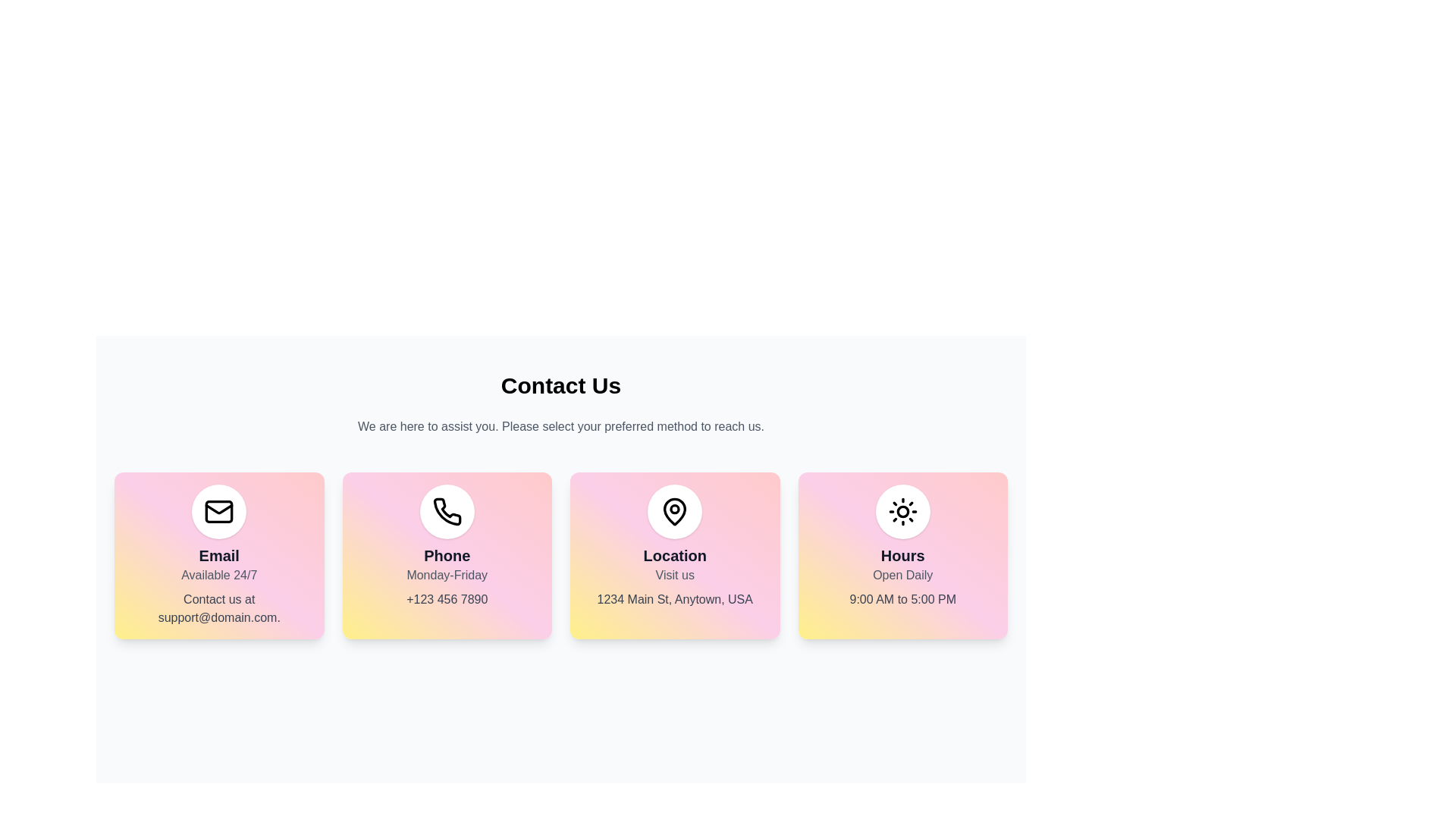  What do you see at coordinates (446, 512) in the screenshot?
I see `the 'Phone' icon, which is centrally located in the second card of a grid labeled 'Phone'` at bounding box center [446, 512].